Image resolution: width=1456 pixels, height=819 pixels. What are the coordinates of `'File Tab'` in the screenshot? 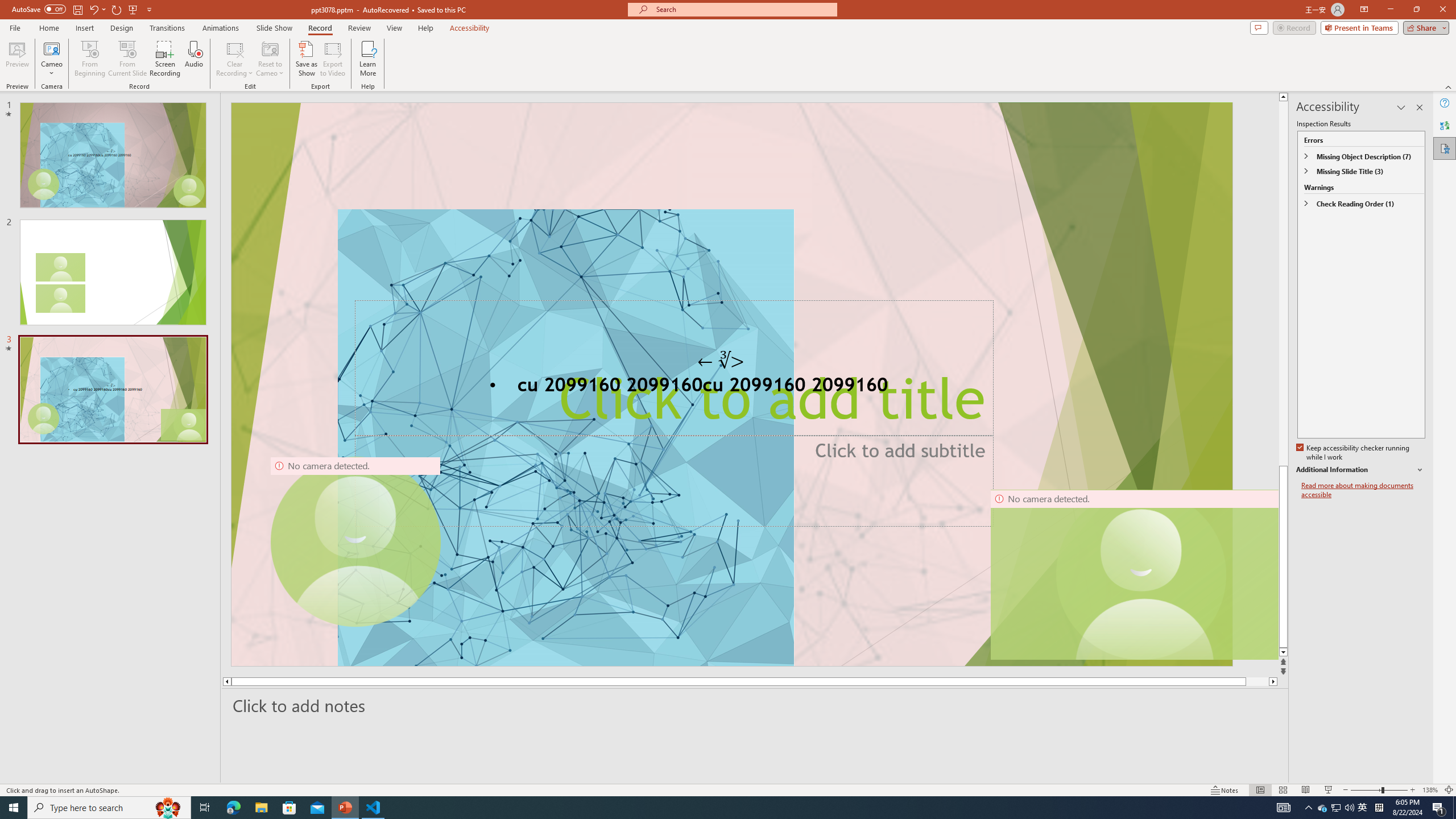 It's located at (14, 27).